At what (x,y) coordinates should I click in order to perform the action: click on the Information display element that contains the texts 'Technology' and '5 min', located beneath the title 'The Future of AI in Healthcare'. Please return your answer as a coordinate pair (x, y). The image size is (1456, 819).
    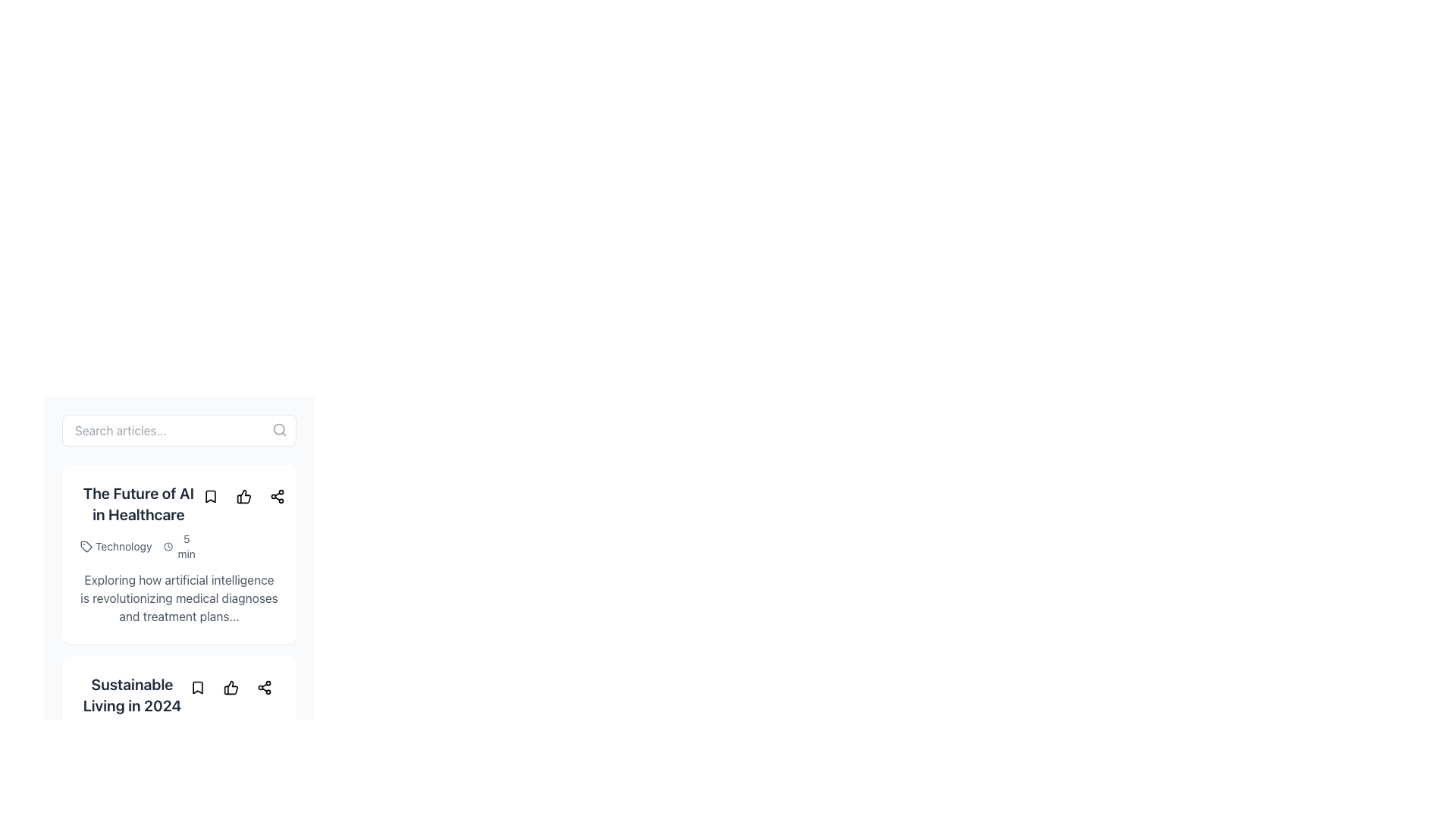
    Looking at the image, I should click on (138, 547).